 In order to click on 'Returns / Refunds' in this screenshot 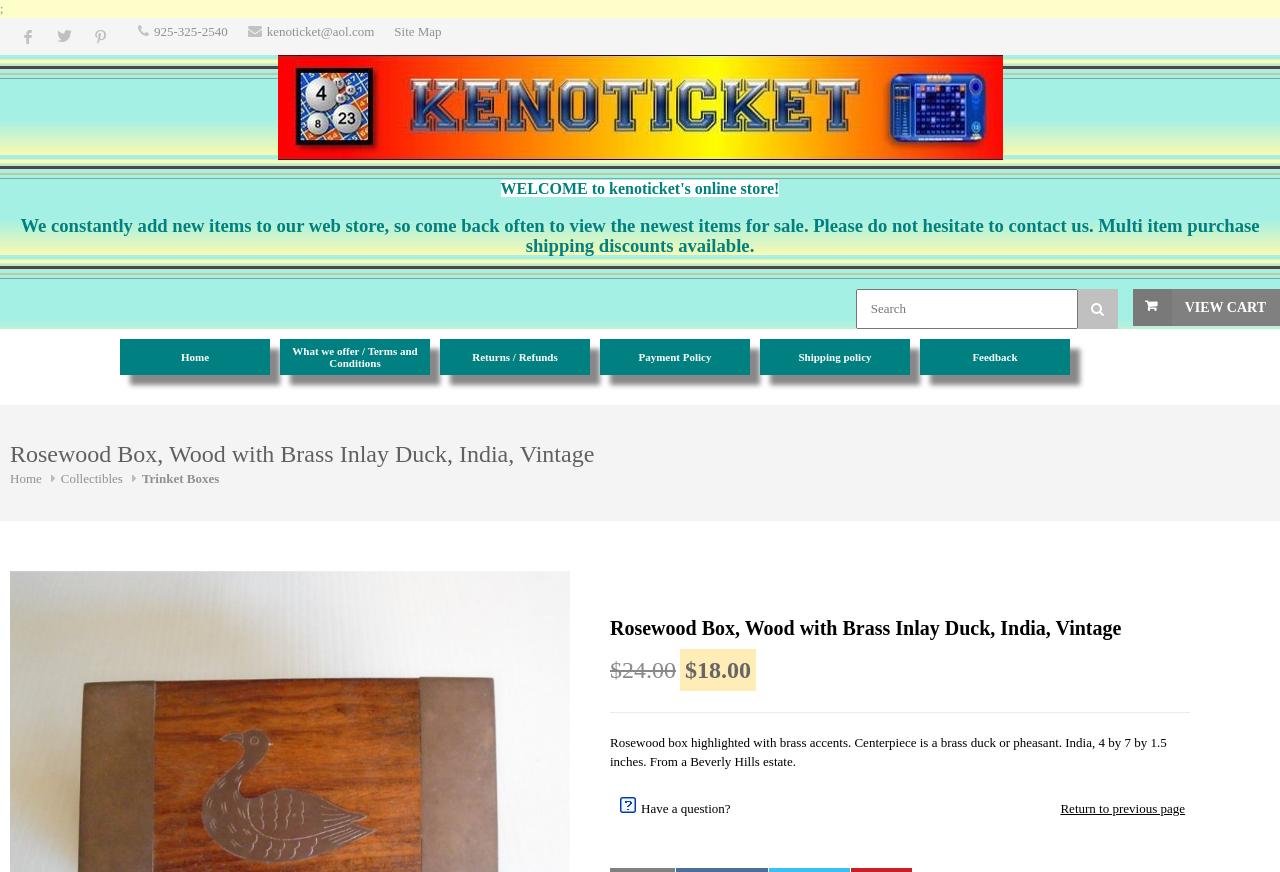, I will do `click(471, 356)`.